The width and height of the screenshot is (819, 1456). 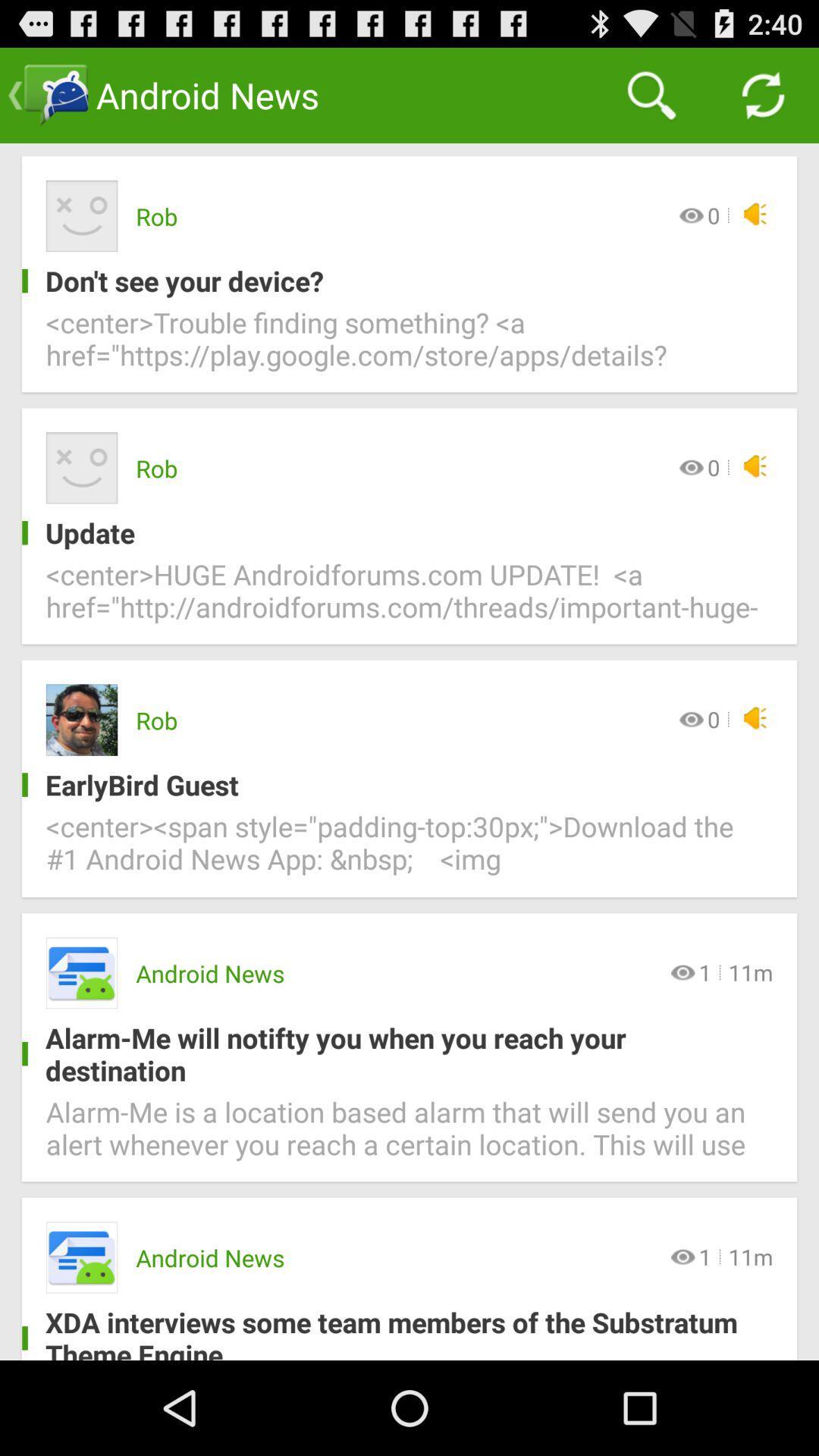 What do you see at coordinates (82, 719) in the screenshot?
I see `the image  above earlybird guest` at bounding box center [82, 719].